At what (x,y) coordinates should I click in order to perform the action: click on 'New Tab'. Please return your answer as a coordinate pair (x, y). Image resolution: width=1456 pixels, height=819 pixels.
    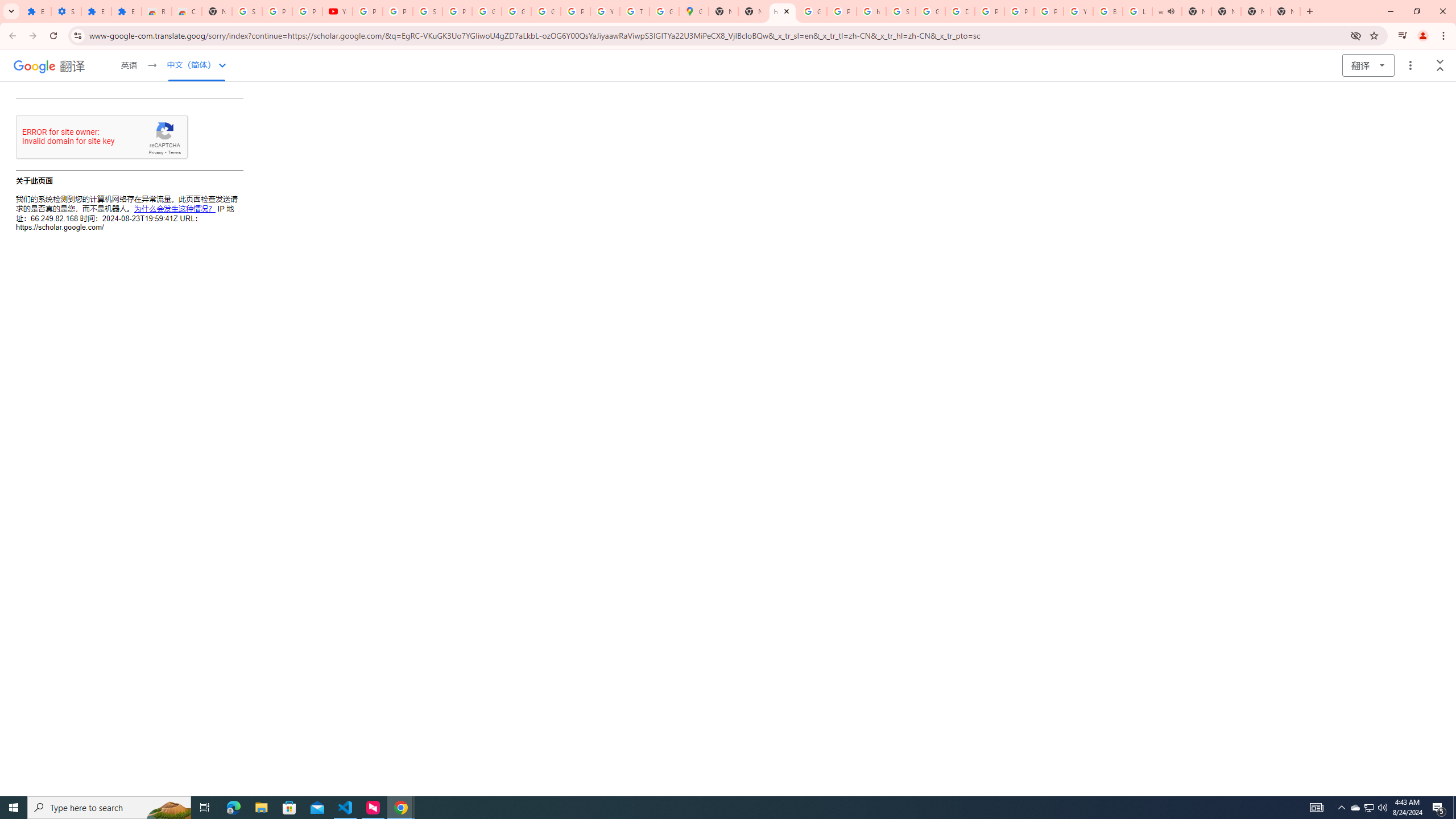
    Looking at the image, I should click on (1284, 11).